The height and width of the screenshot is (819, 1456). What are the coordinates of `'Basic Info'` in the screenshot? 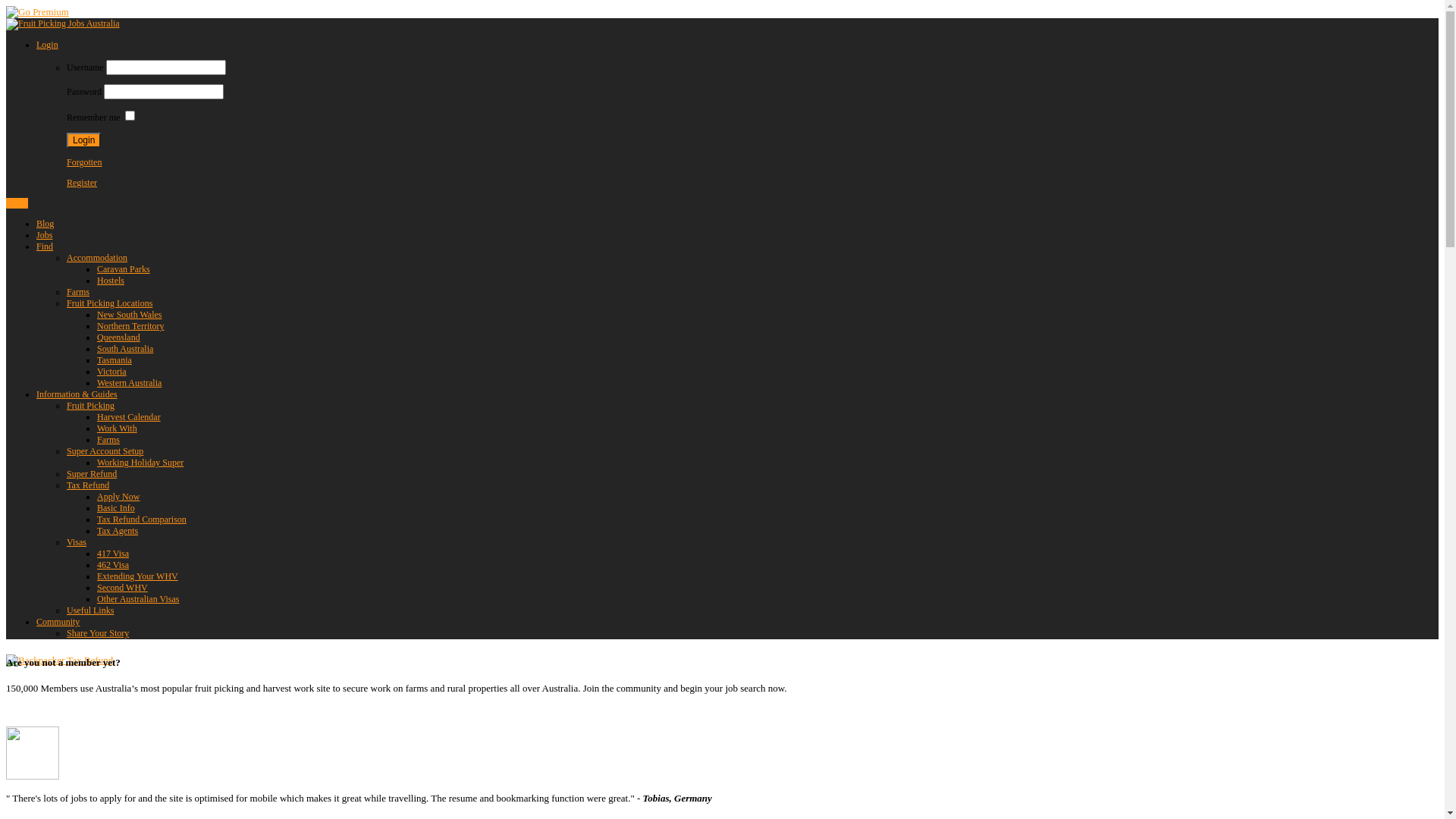 It's located at (115, 508).